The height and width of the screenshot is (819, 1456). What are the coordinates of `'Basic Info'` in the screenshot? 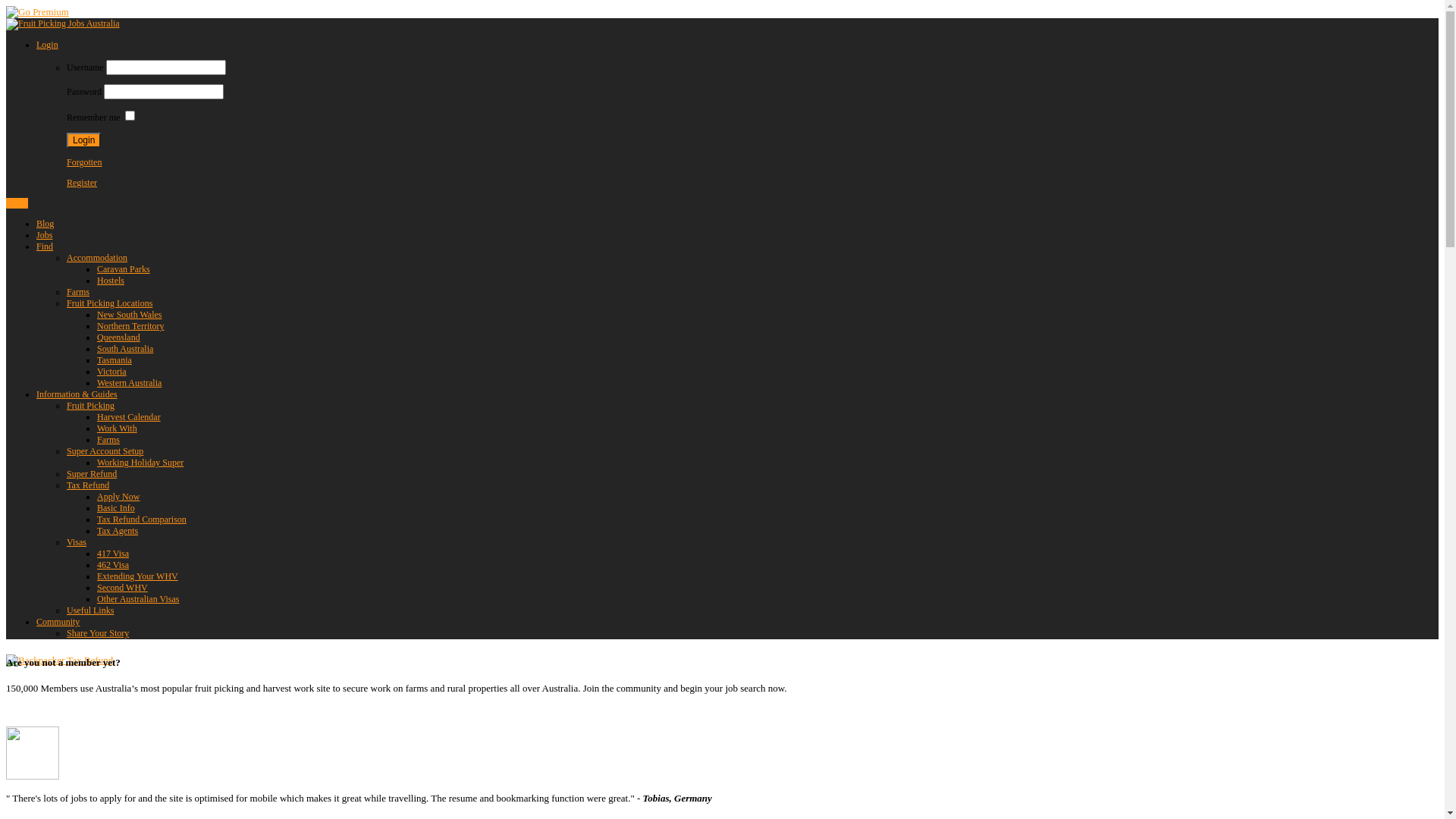 It's located at (115, 508).